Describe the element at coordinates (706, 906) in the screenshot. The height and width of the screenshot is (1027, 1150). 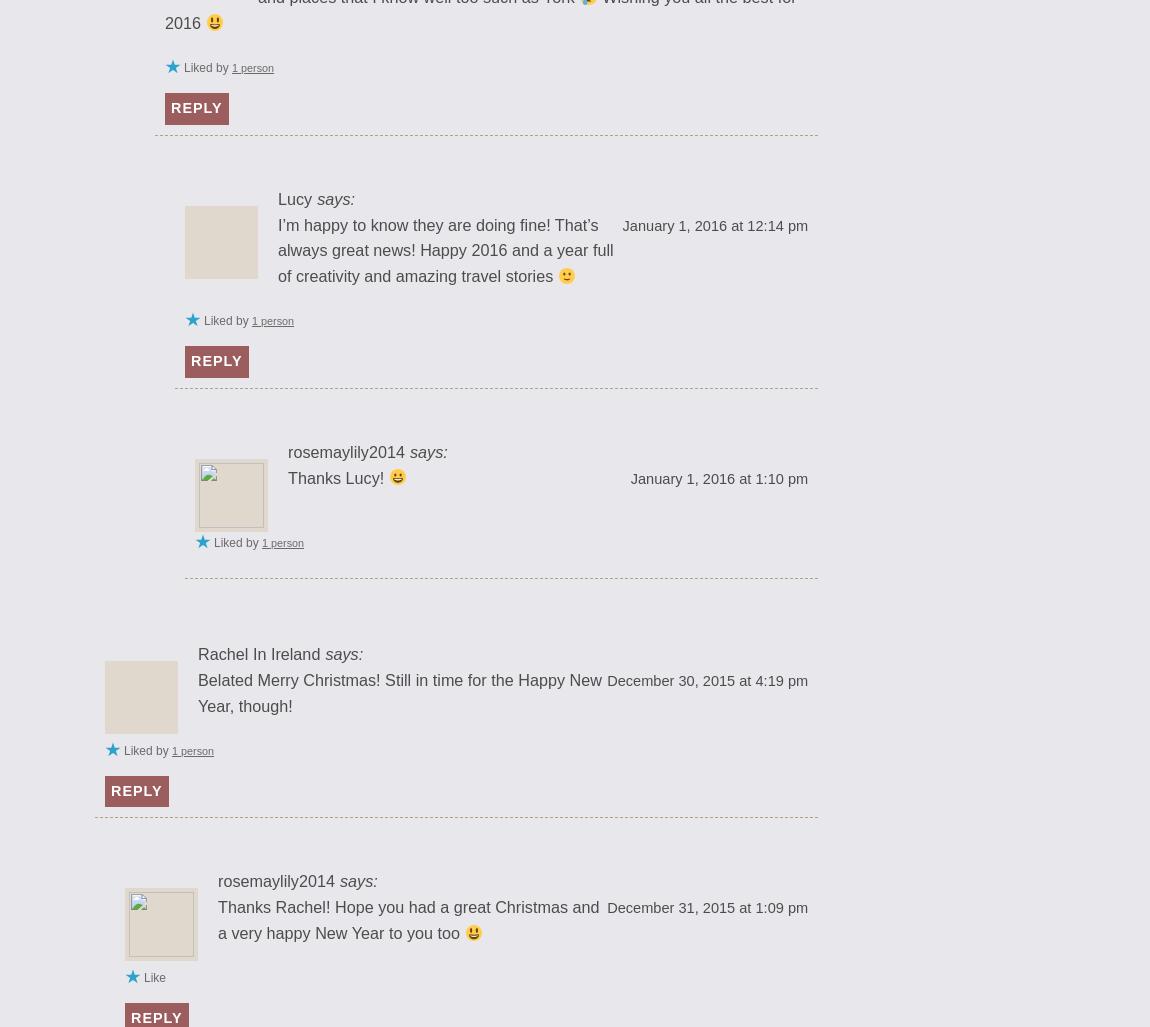
I see `'December 31, 2015 at 1:09 pm'` at that location.